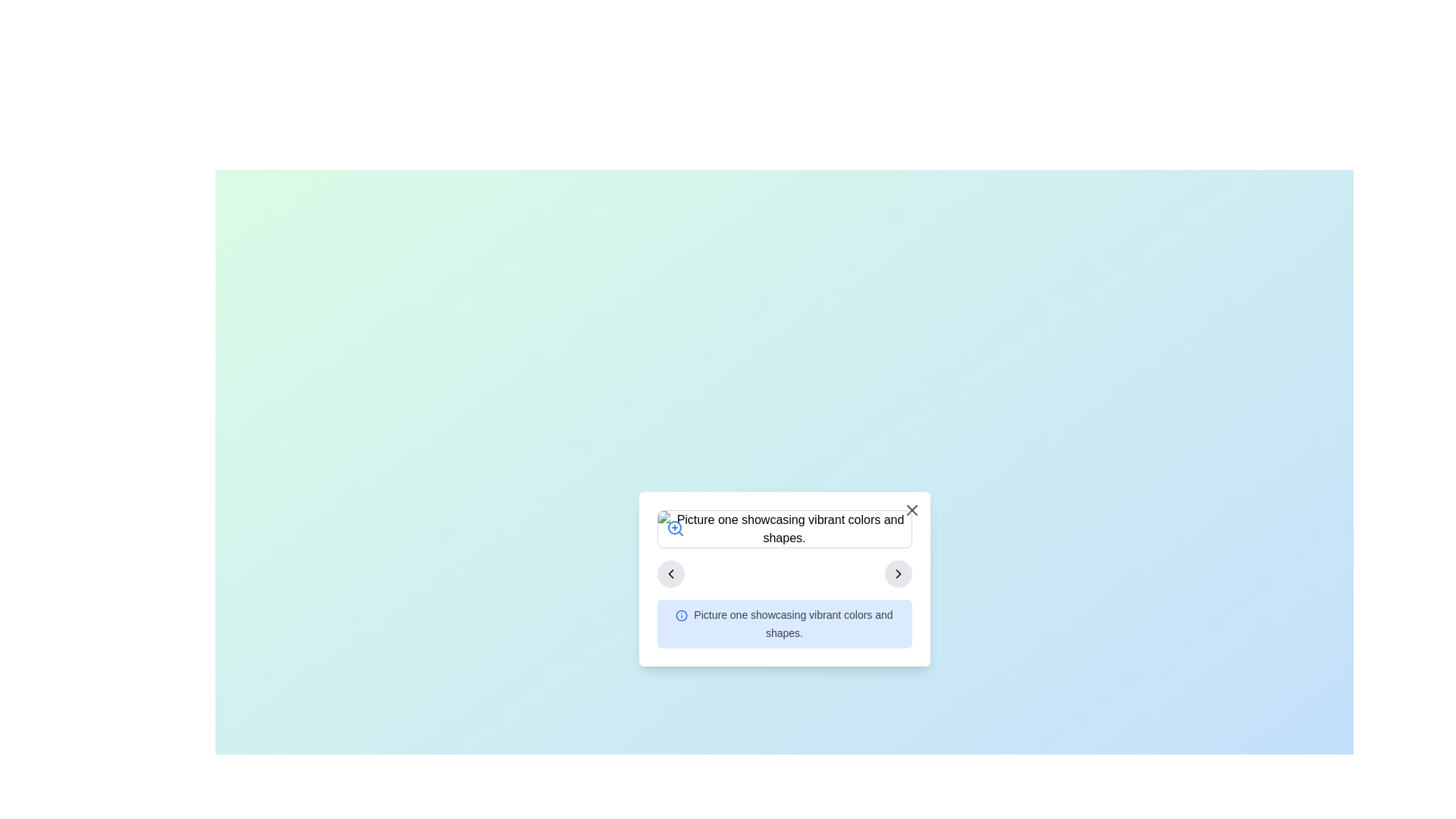 This screenshot has width=1456, height=819. I want to click on the close button represented by an 'X' icon in the top-right corner of the modal dialog box to change its color, so click(911, 510).